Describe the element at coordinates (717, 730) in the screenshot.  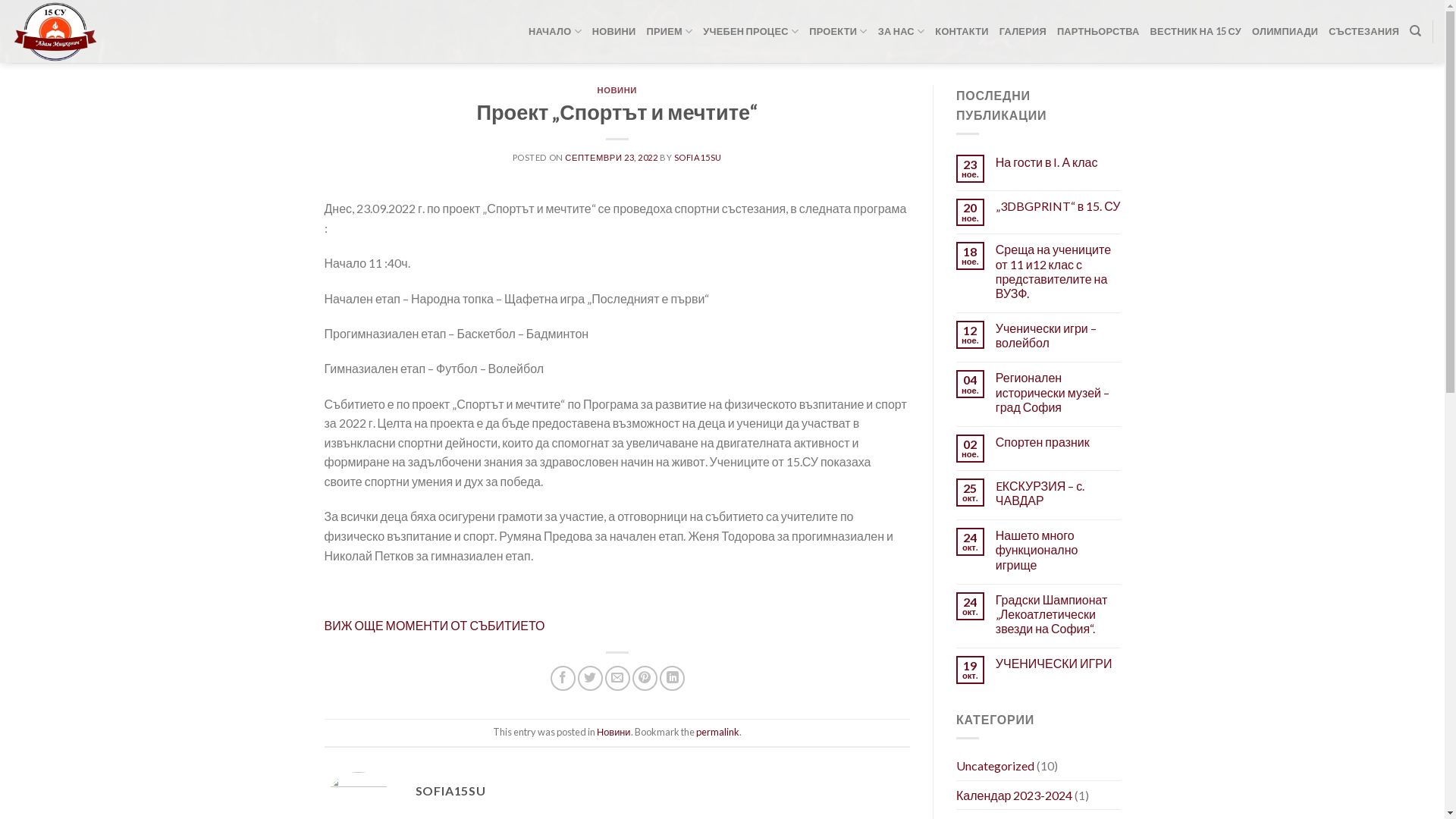
I see `'permalink'` at that location.